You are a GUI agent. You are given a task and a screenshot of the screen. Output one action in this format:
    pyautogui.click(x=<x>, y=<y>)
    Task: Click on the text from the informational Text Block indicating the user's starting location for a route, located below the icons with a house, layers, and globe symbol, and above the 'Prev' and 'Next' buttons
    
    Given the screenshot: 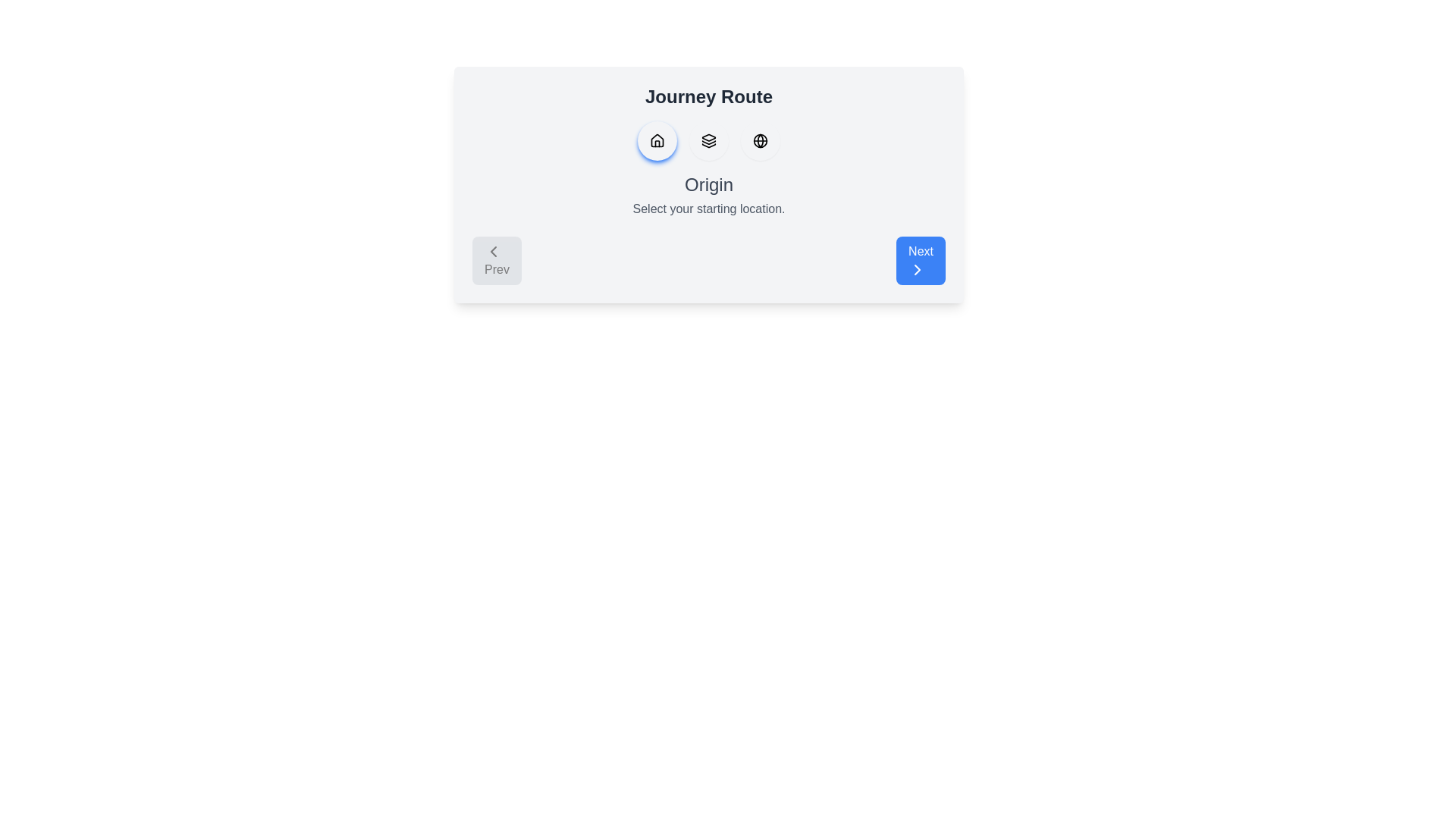 What is the action you would take?
    pyautogui.click(x=708, y=195)
    